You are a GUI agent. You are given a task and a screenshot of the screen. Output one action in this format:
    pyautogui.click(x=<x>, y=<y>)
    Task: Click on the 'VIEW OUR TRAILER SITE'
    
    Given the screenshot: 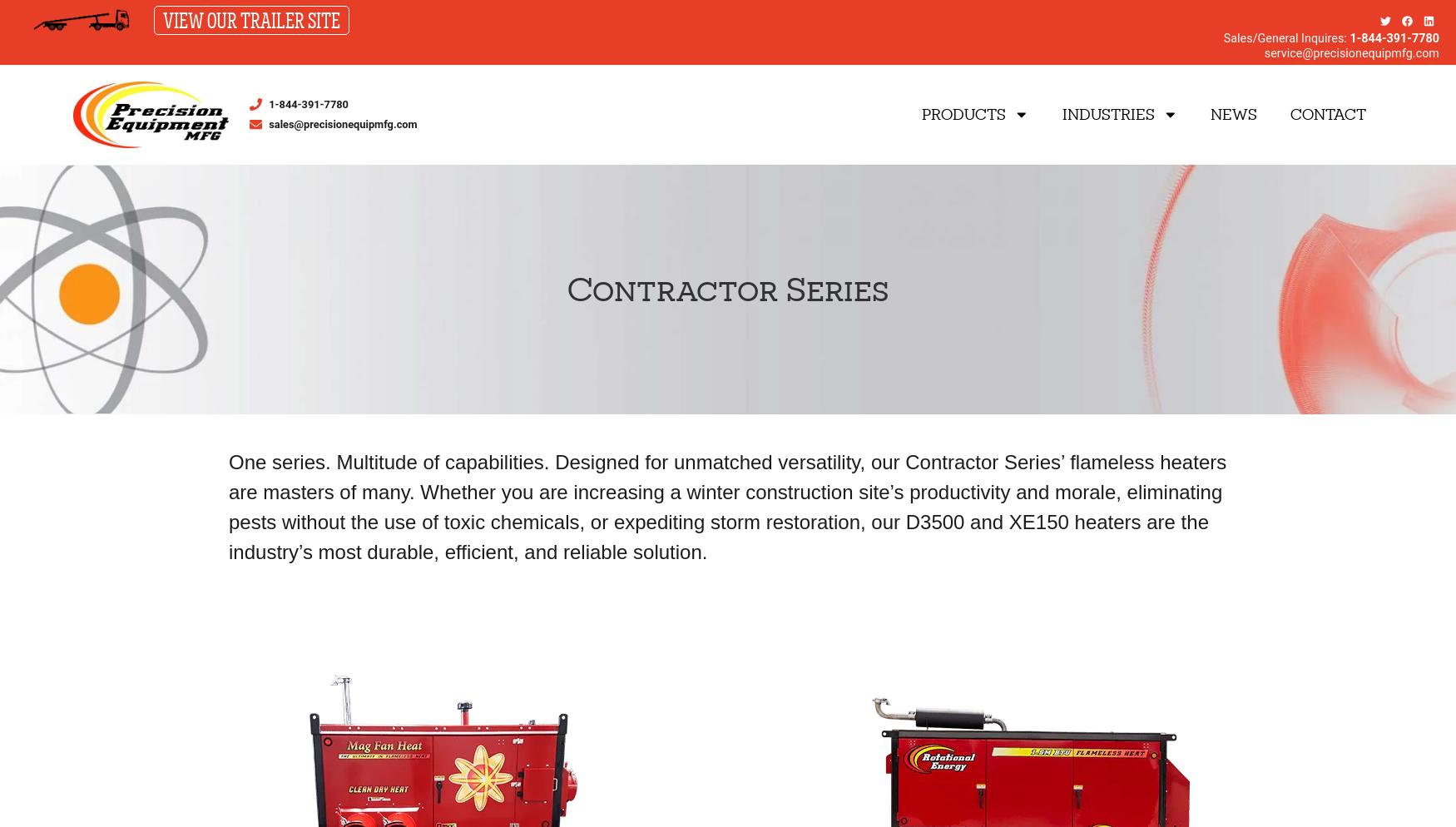 What is the action you would take?
    pyautogui.click(x=250, y=20)
    